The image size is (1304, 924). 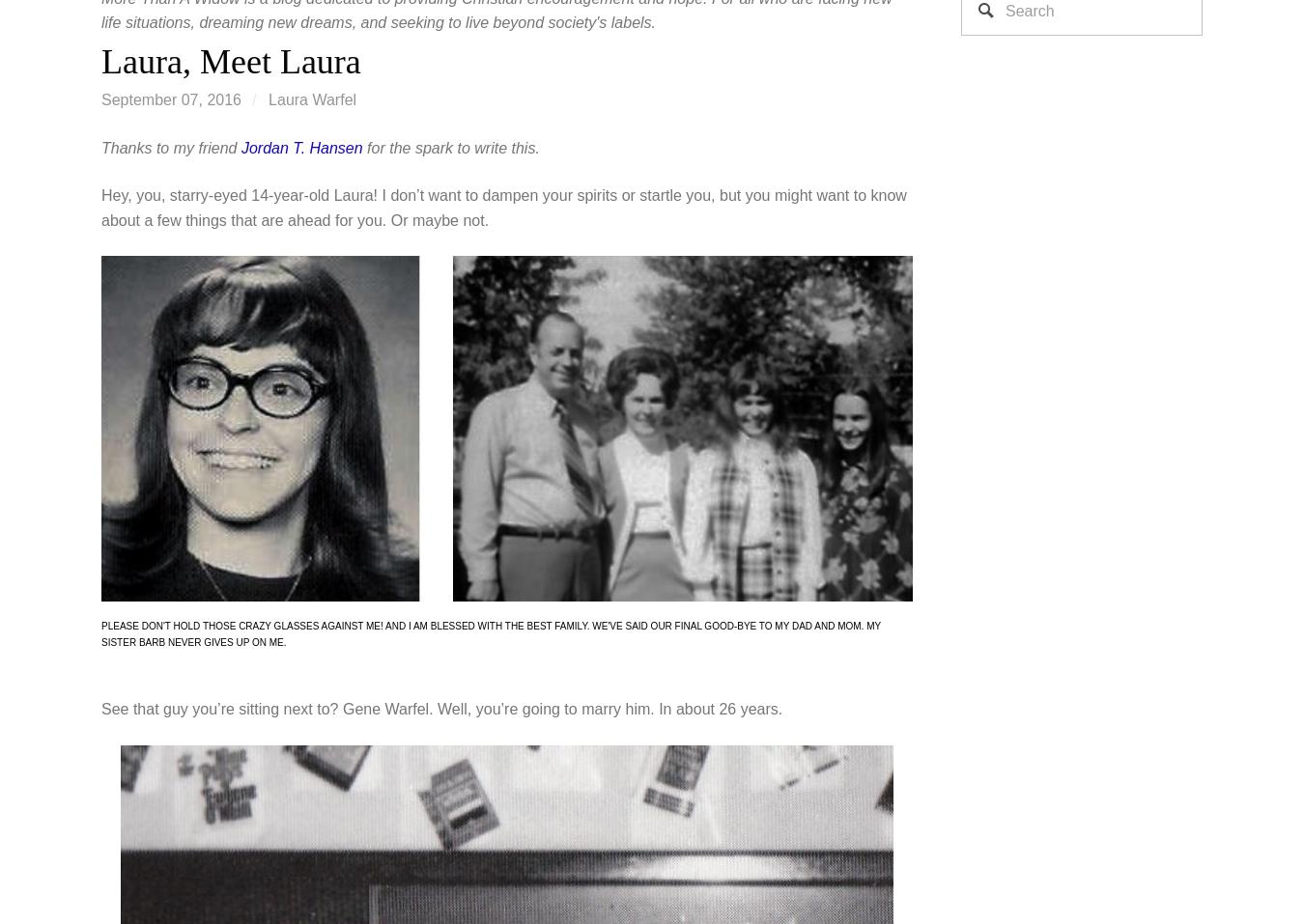 What do you see at coordinates (311, 99) in the screenshot?
I see `'Laura Warfel'` at bounding box center [311, 99].